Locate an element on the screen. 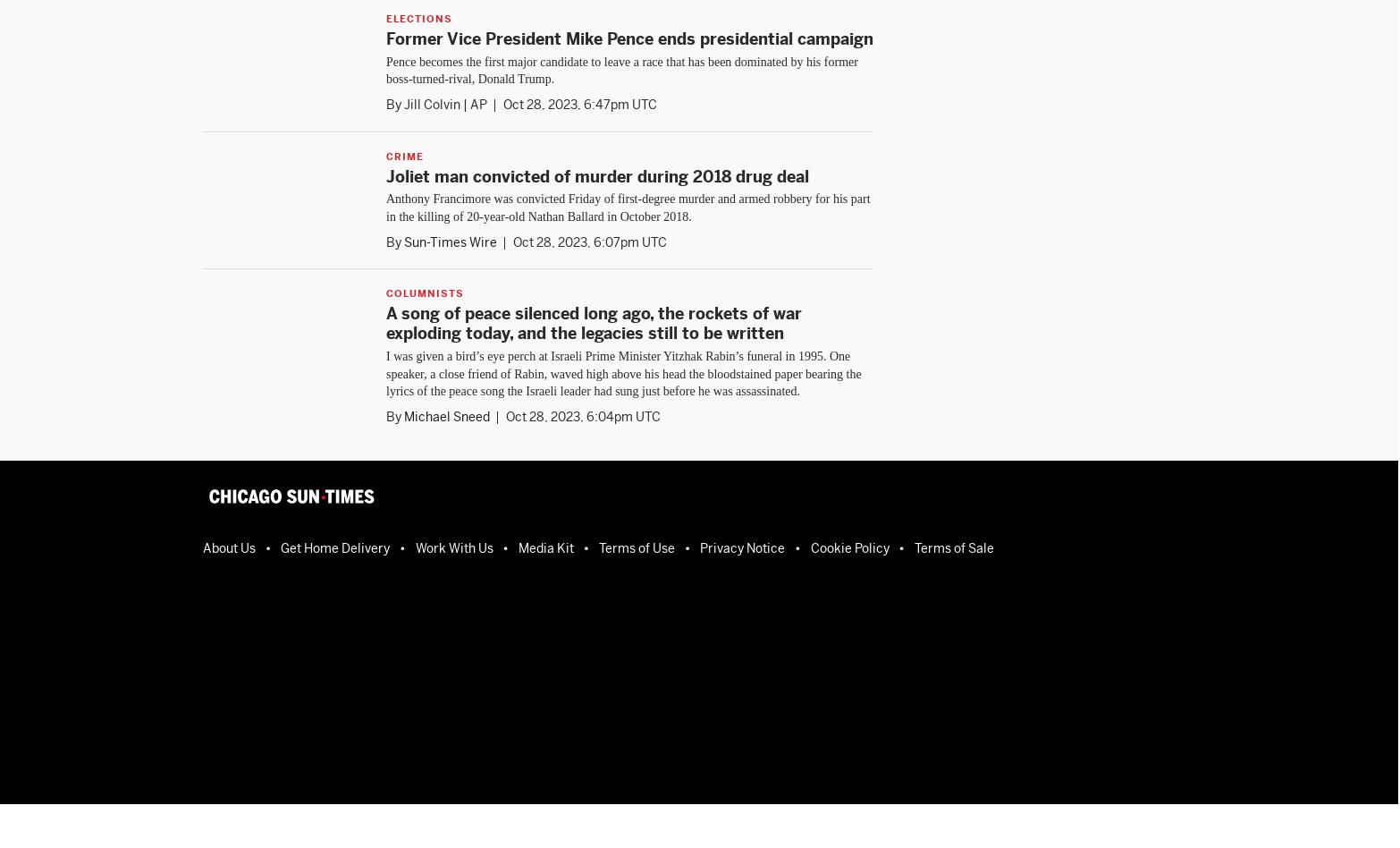 The image size is (1400, 848). 'Joliet man convicted of murder during 2018 drug deal' is located at coordinates (596, 174).